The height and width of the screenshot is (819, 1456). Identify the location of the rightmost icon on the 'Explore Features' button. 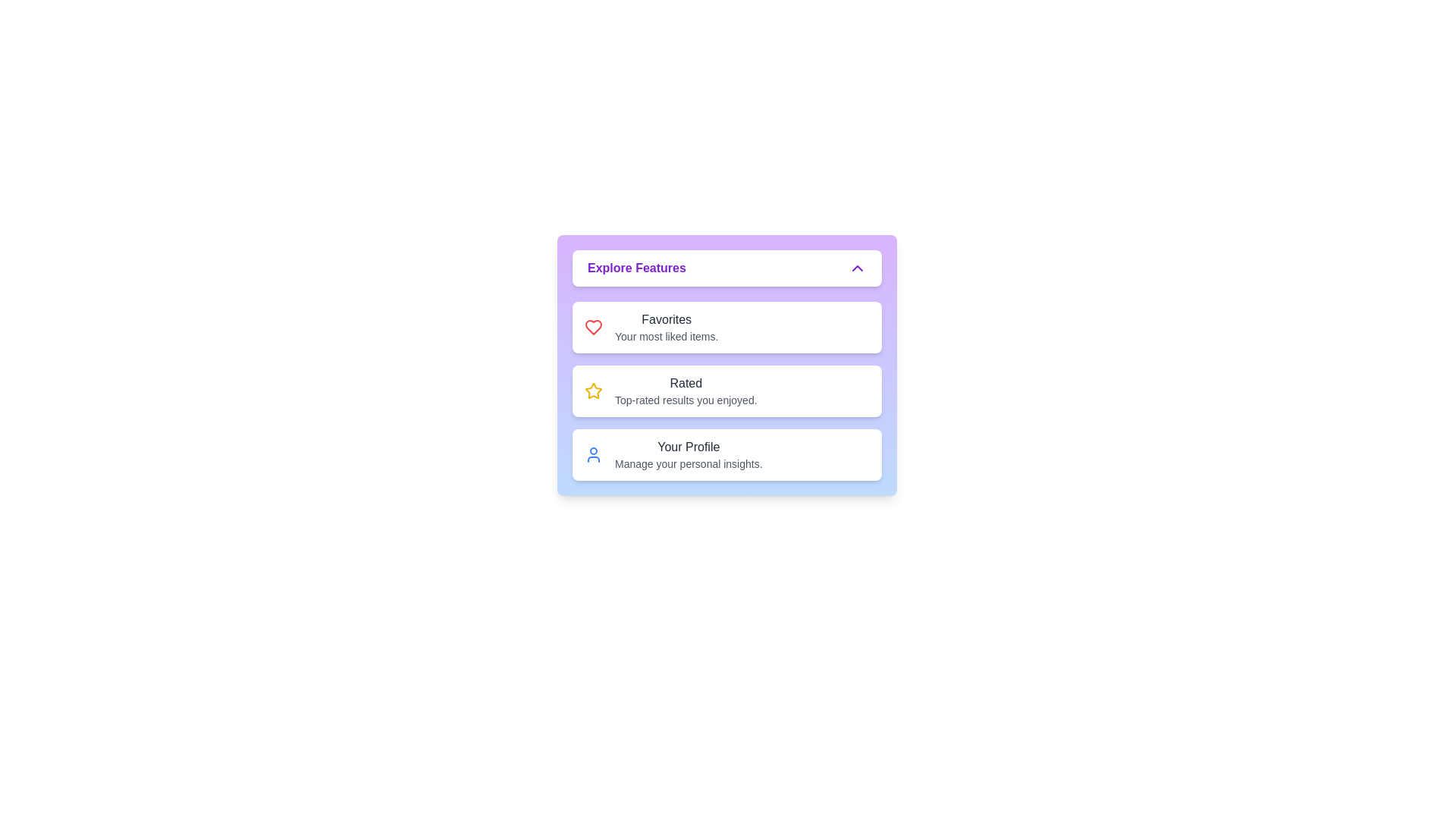
(858, 268).